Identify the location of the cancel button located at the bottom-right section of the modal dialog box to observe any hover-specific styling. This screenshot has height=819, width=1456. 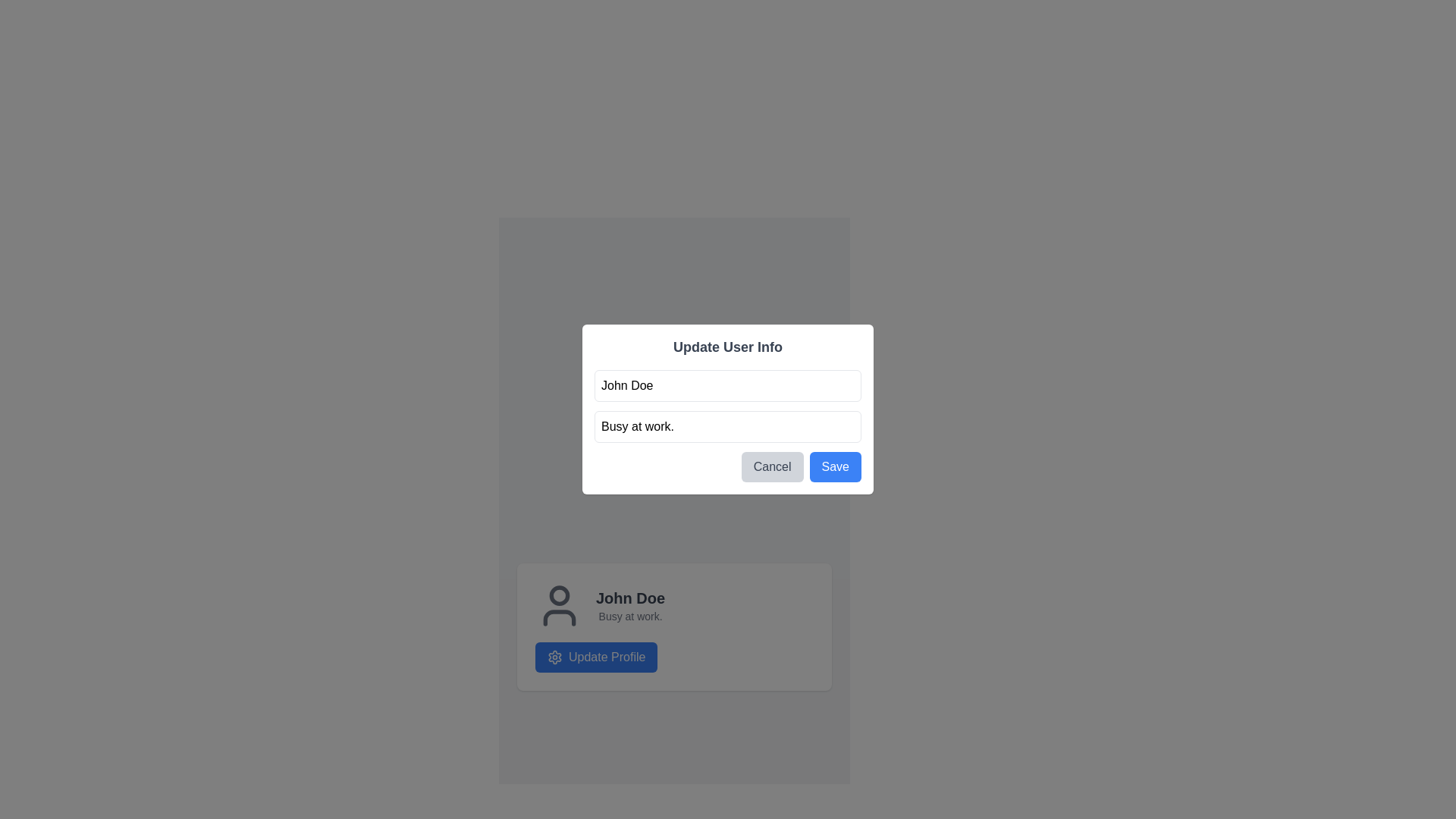
(772, 466).